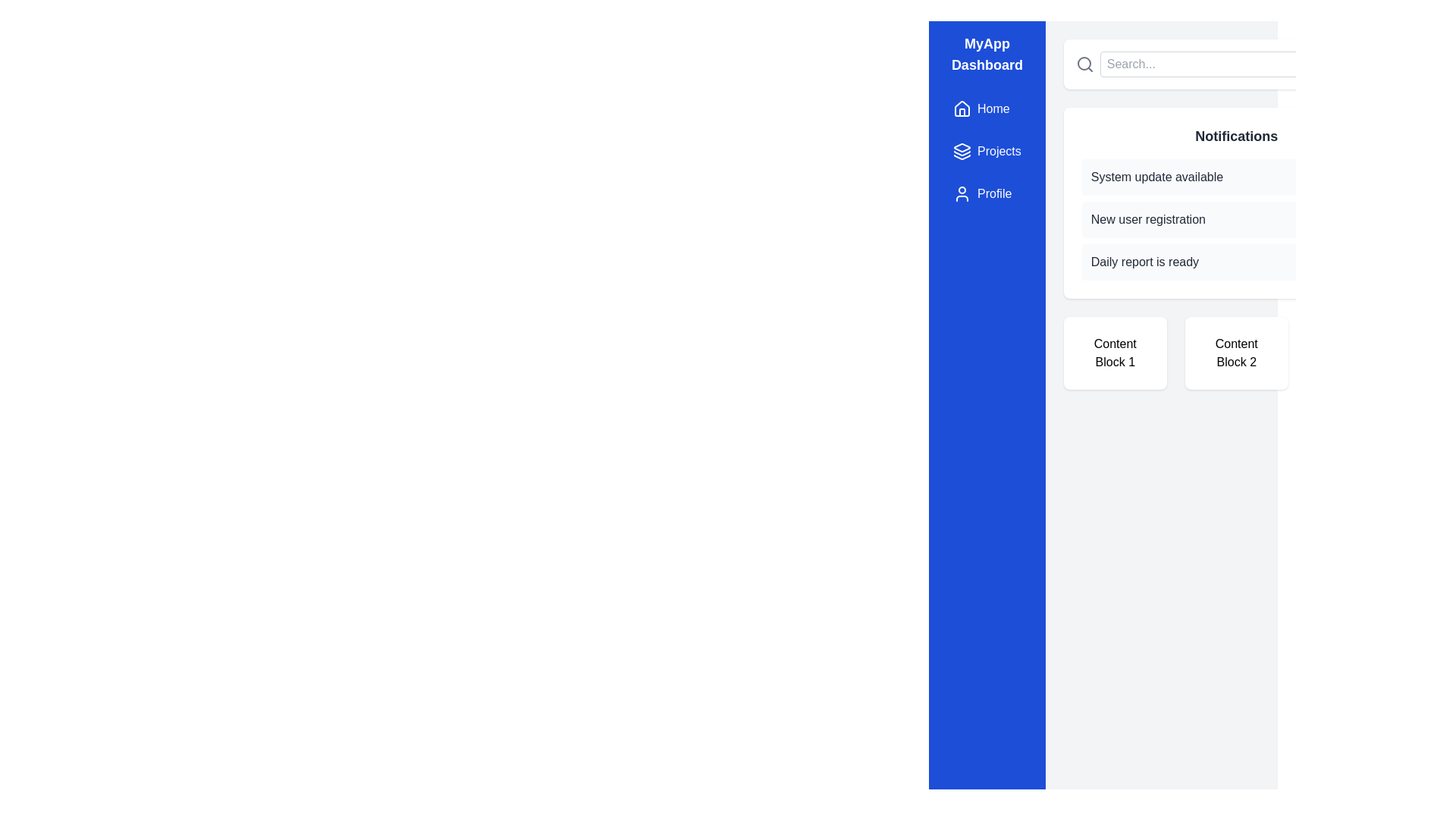  I want to click on the branding label located at the top of the blue sidebar, which serves as a title identifier for the application, so click(987, 54).